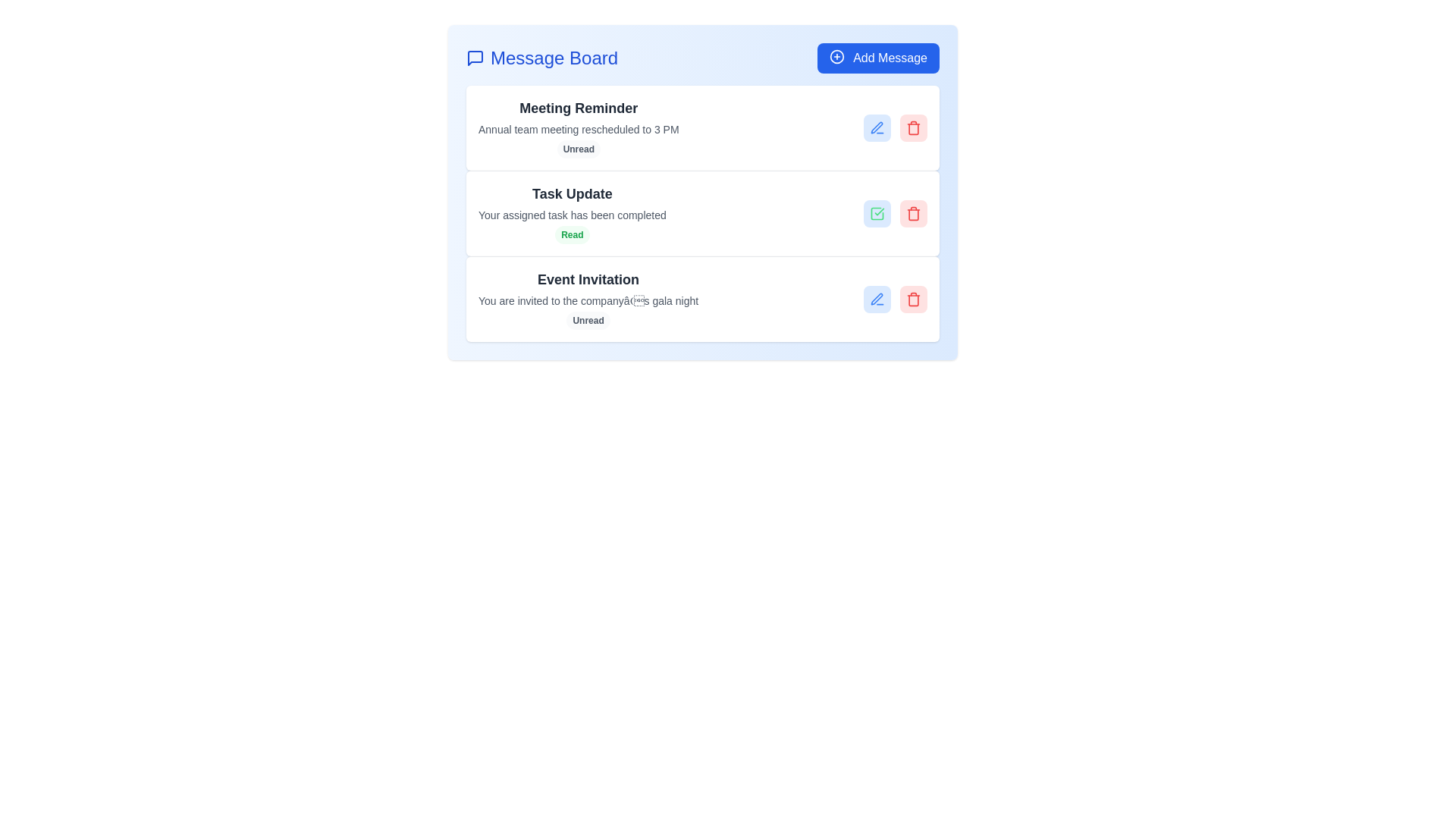 The image size is (1456, 819). Describe the element at coordinates (878, 58) in the screenshot. I see `the button at the top-right corner of the 'Message Board' section to initiate adding a new message` at that location.